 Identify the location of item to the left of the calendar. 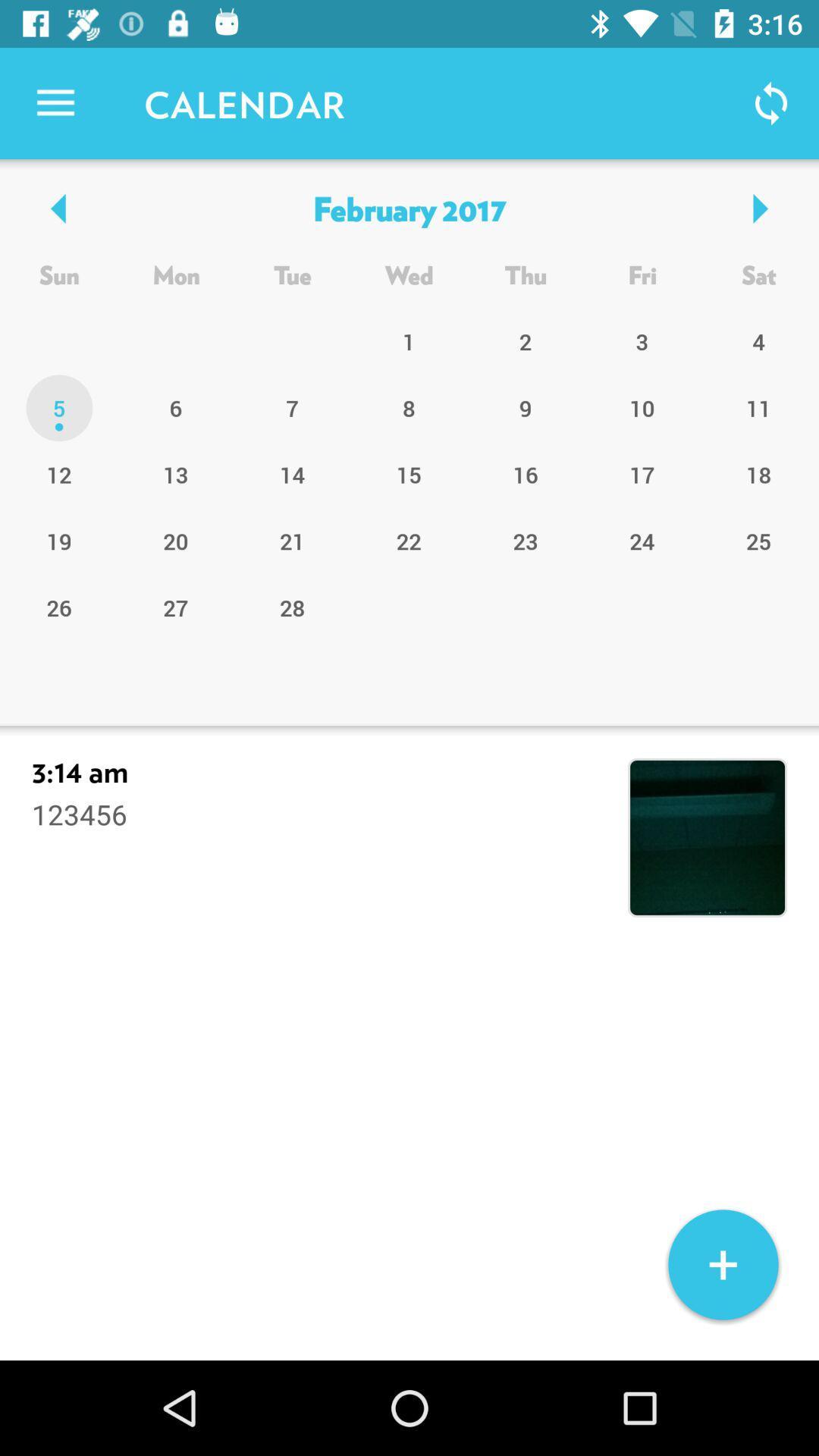
(55, 102).